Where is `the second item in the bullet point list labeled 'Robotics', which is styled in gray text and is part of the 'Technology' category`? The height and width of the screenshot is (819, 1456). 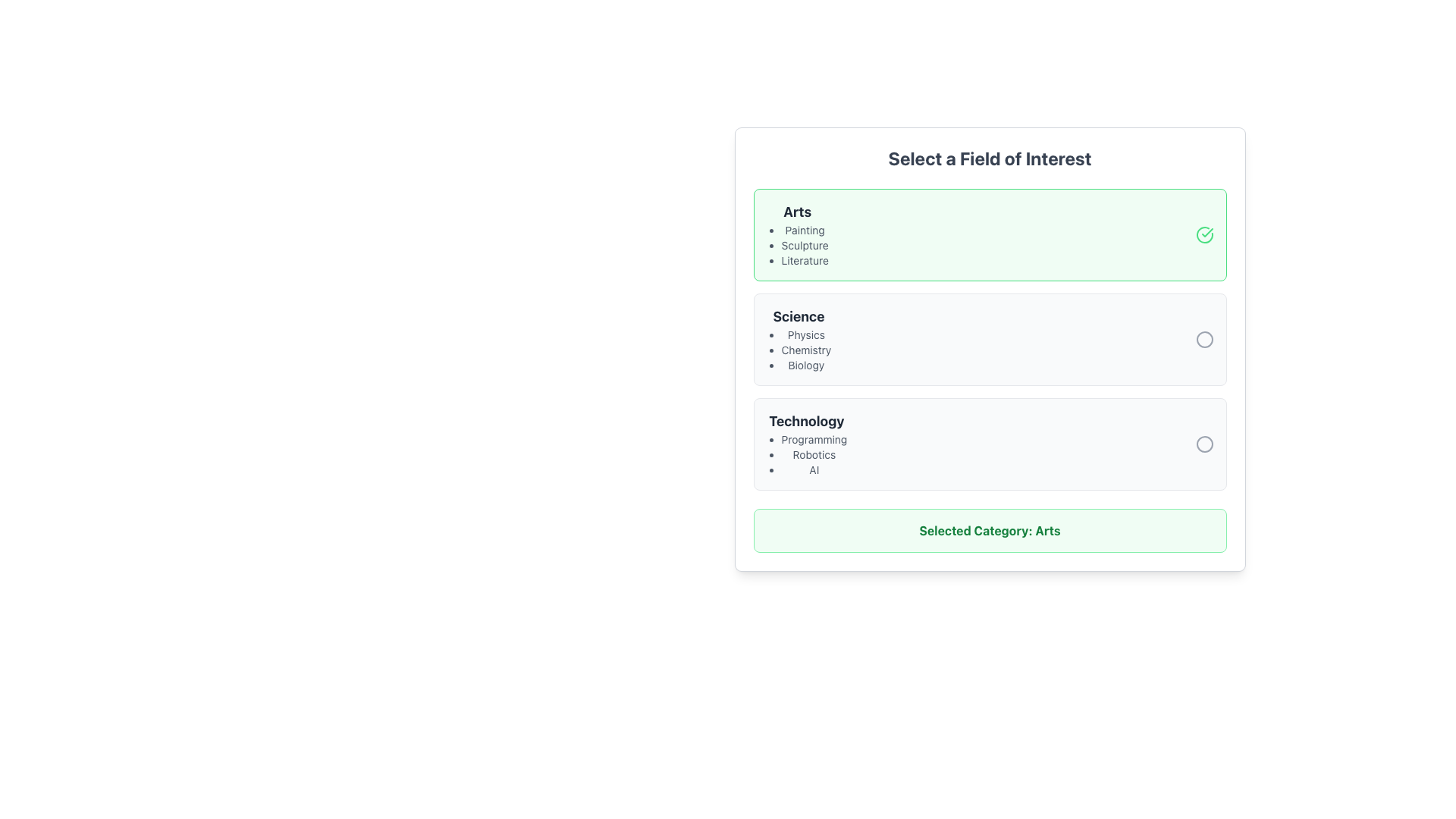
the second item in the bullet point list labeled 'Robotics', which is styled in gray text and is part of the 'Technology' category is located at coordinates (805, 454).